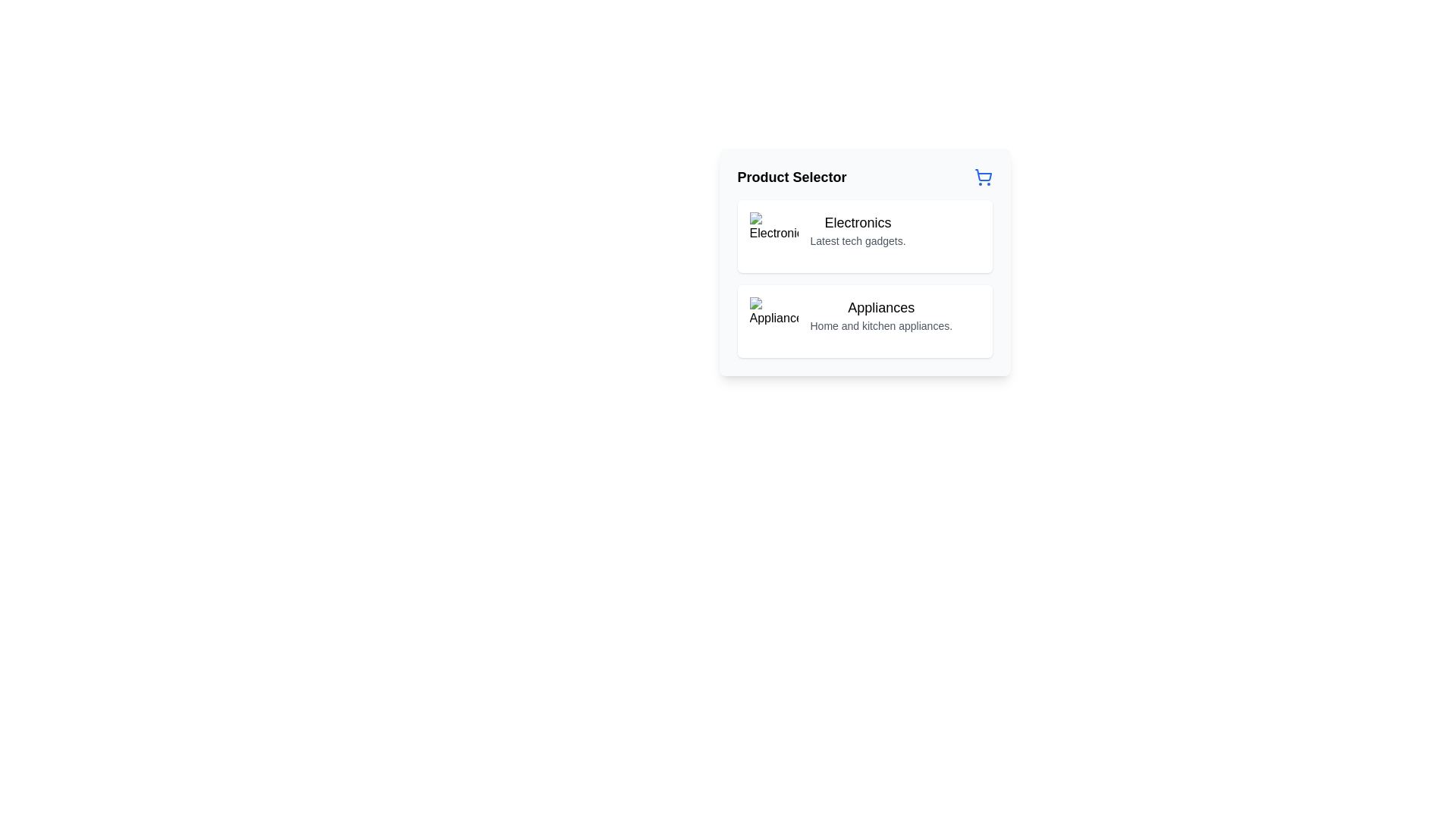 This screenshot has height=819, width=1456. Describe the element at coordinates (881, 315) in the screenshot. I see `the selectable option label for the category 'Appliances', which includes a heading and subtext, located in the lower section of the vertically stacked group of option cards` at that location.